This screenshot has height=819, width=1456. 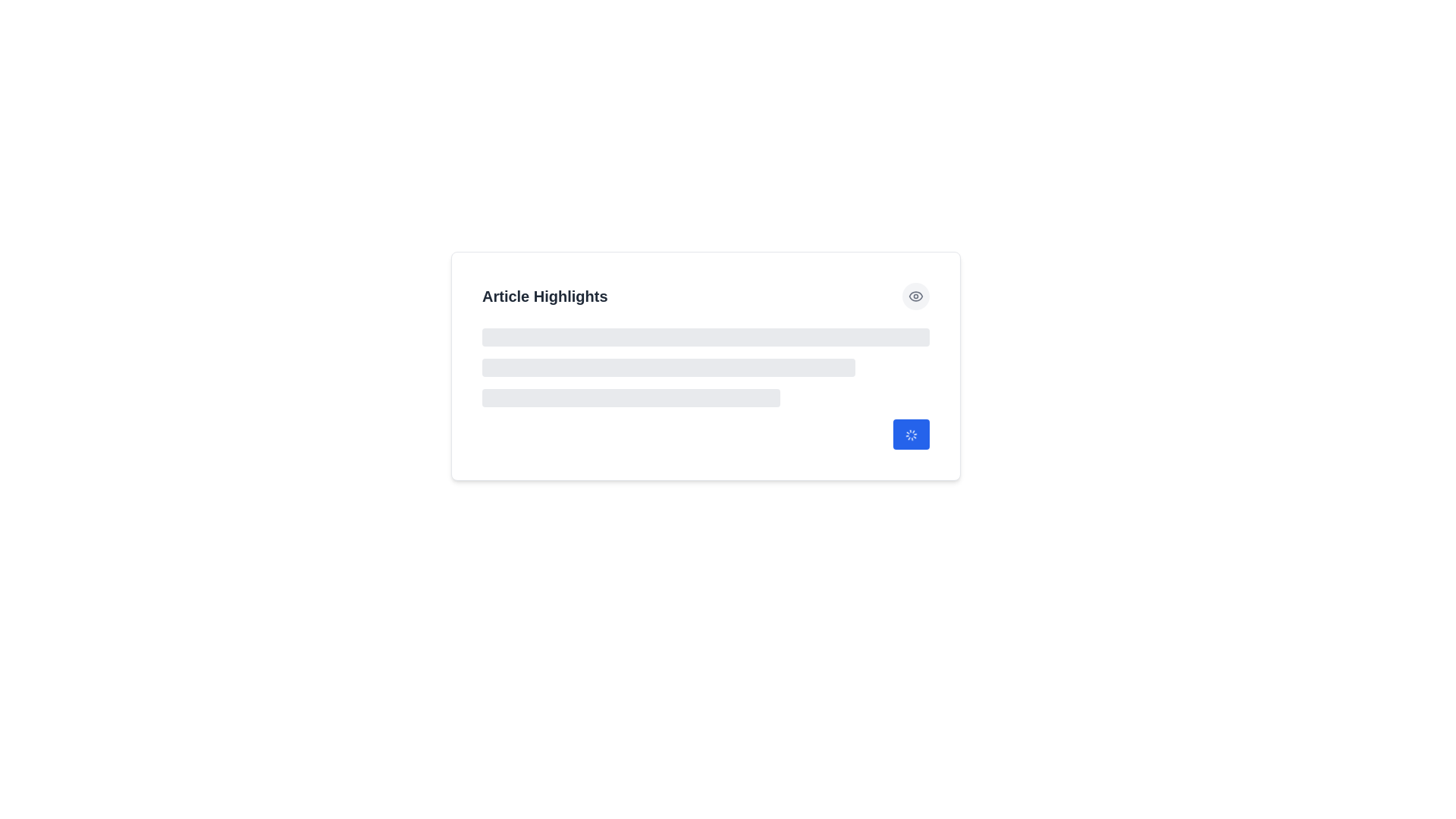 What do you see at coordinates (910, 435) in the screenshot?
I see `the Loader icon located at the bottom-right corner of the 'Article Highlights' section, which indicates that a process is in progress` at bounding box center [910, 435].